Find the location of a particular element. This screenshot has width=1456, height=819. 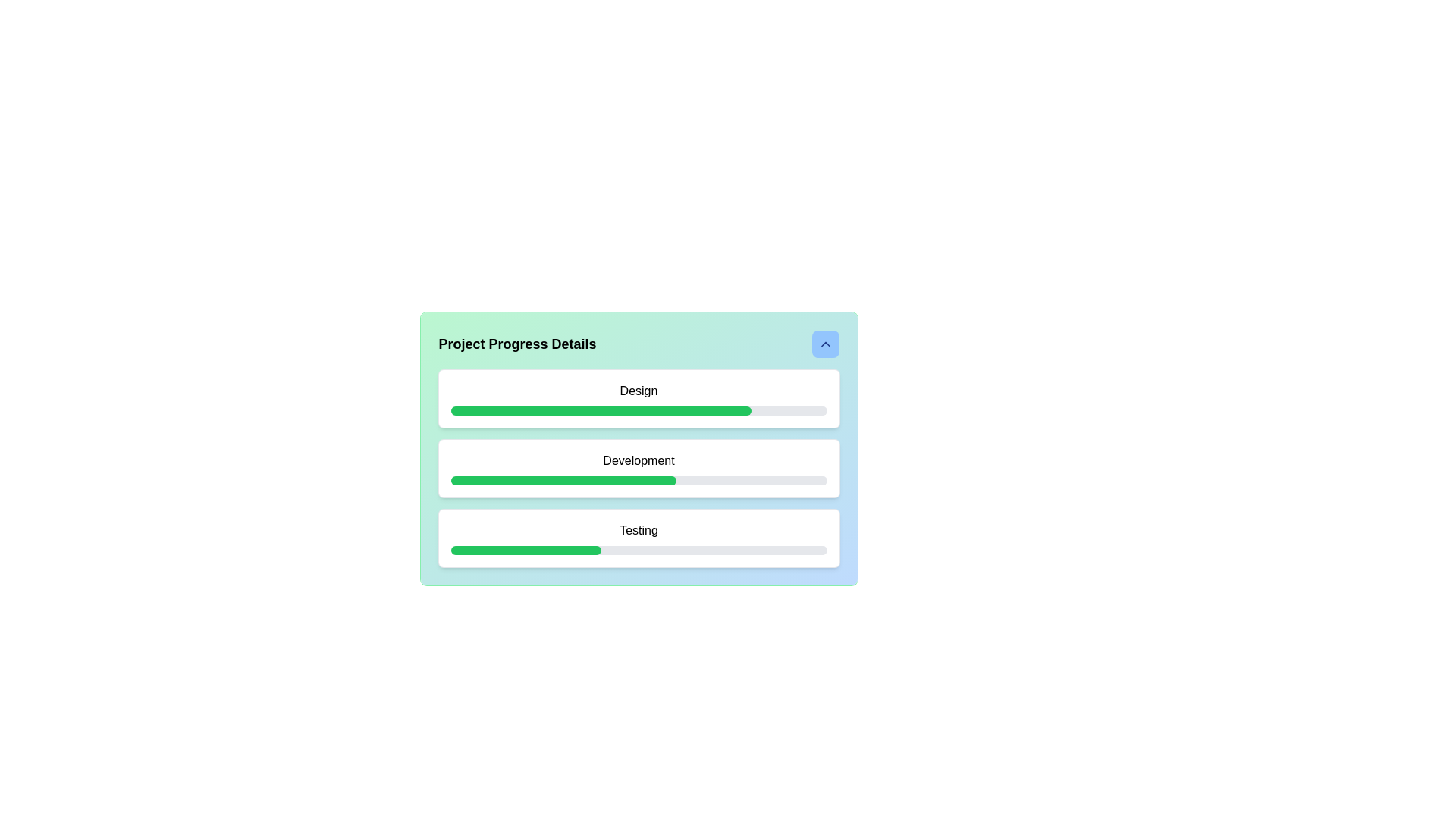

the Progress bar card labeled 'Testing' at the bottom of the stack of three sections is located at coordinates (639, 537).